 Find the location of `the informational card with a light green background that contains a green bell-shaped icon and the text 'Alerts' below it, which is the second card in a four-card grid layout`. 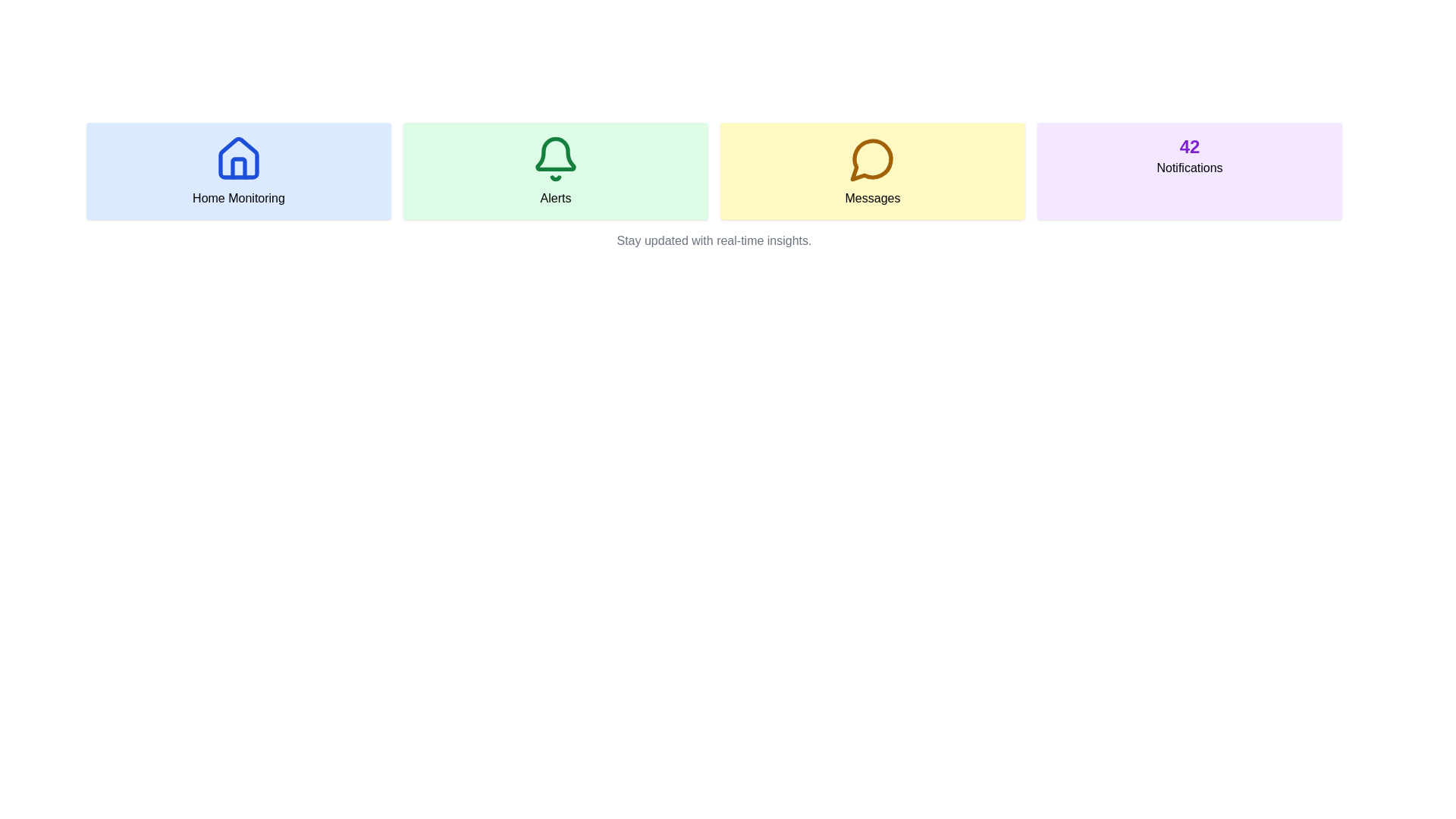

the informational card with a light green background that contains a green bell-shaped icon and the text 'Alerts' below it, which is the second card in a four-card grid layout is located at coordinates (555, 171).